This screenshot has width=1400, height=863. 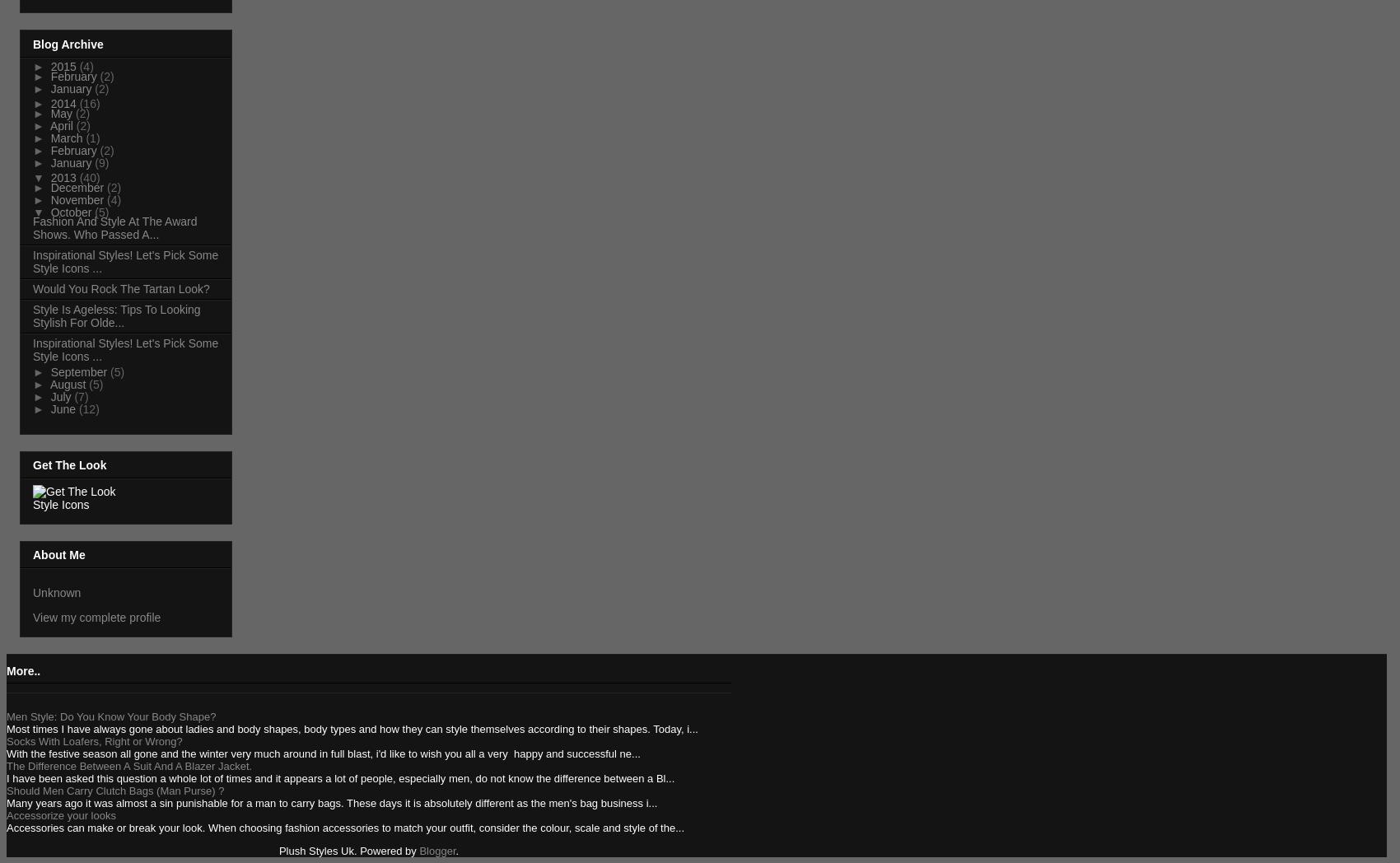 I want to click on 'Many years ago it was almost a sin punishable for a man to carry bags. These days it is absolutely different as the men's bag business i...', so click(x=331, y=802).